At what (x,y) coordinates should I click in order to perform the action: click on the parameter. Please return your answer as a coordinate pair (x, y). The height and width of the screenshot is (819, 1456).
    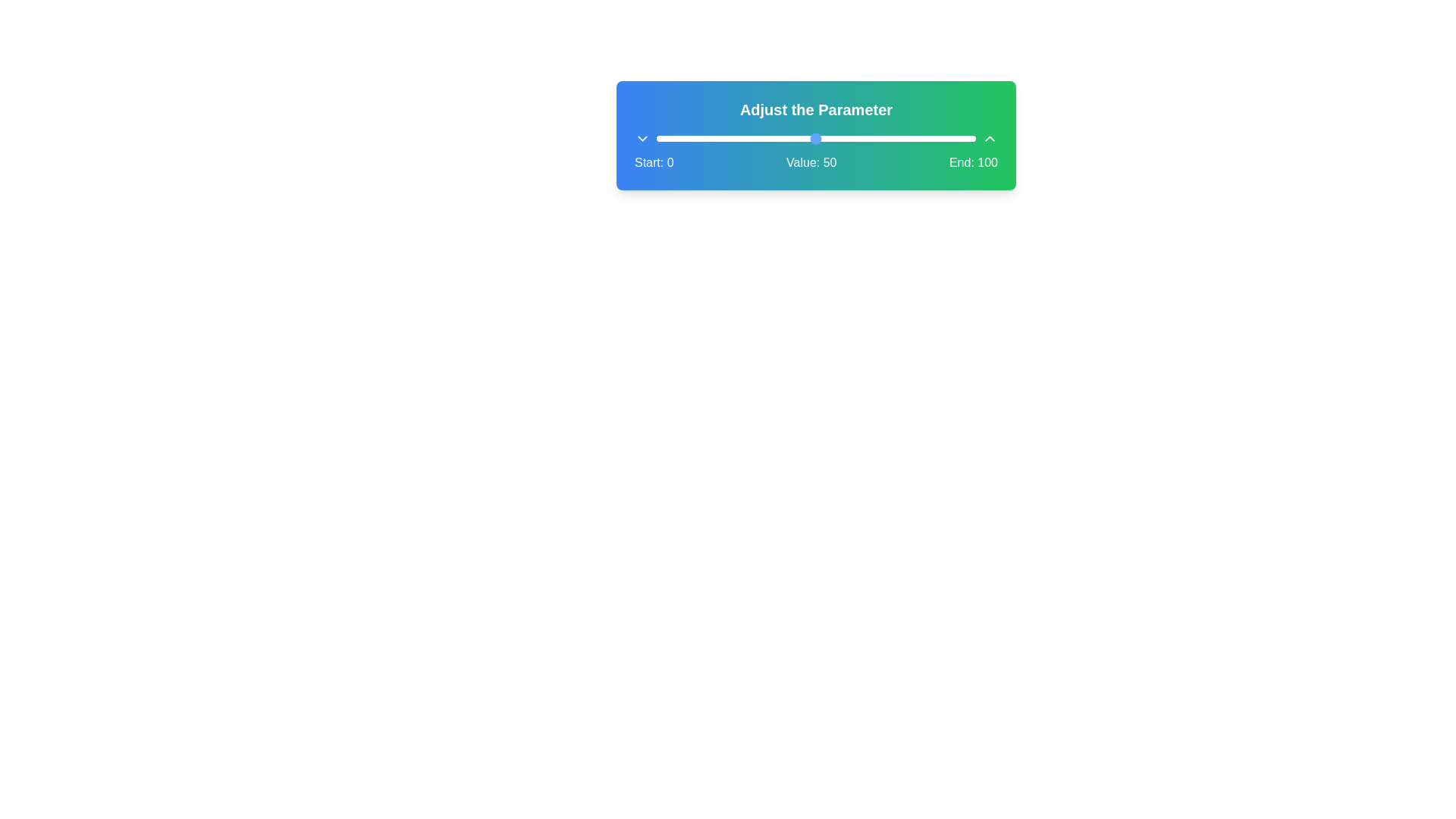
    Looking at the image, I should click on (828, 138).